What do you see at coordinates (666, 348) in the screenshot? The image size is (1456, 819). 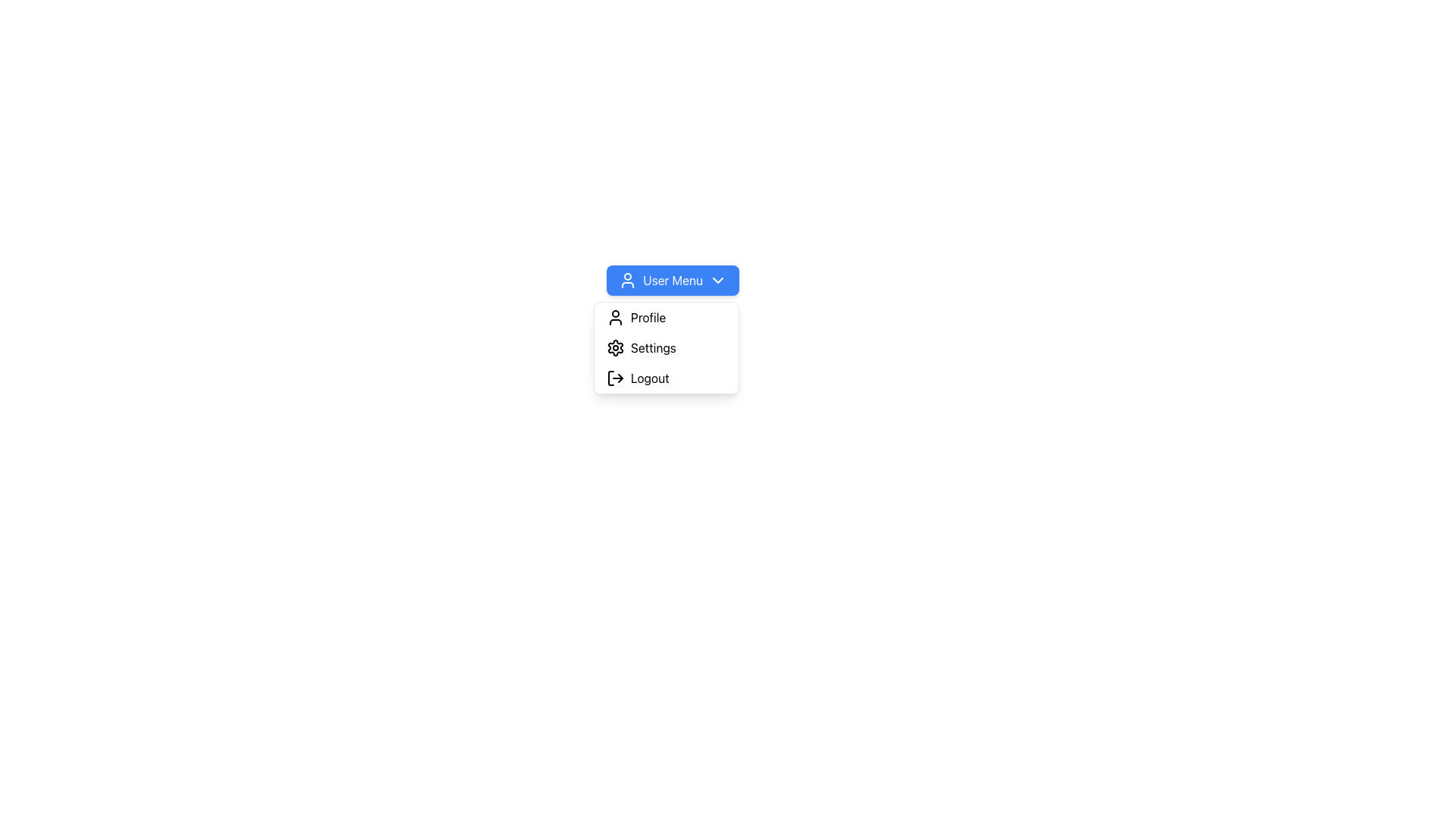 I see `the 'Settings' option in the dropdown menu located directly below the 'User Menu' button` at bounding box center [666, 348].